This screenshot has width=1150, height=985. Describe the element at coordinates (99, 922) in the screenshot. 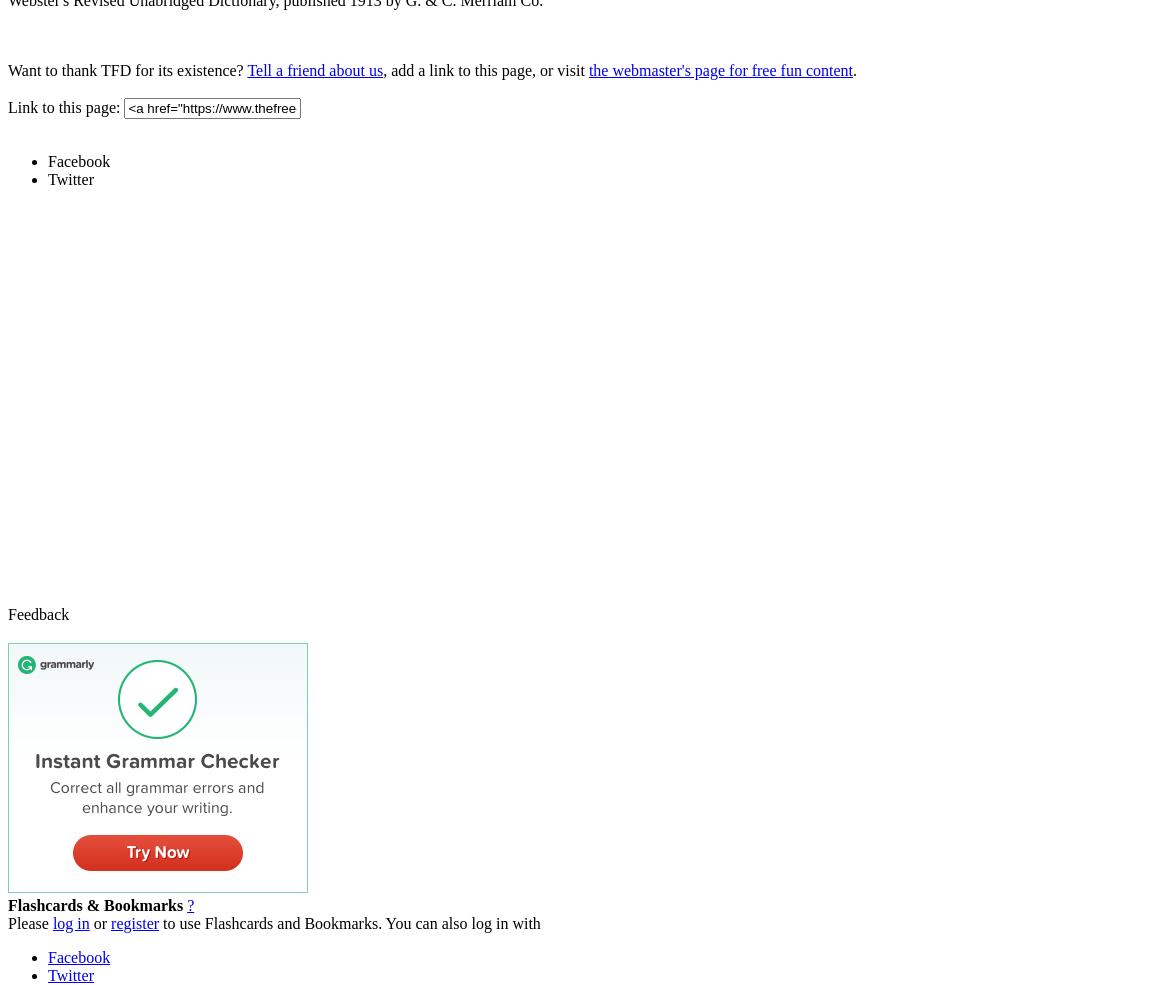

I see `'or'` at that location.